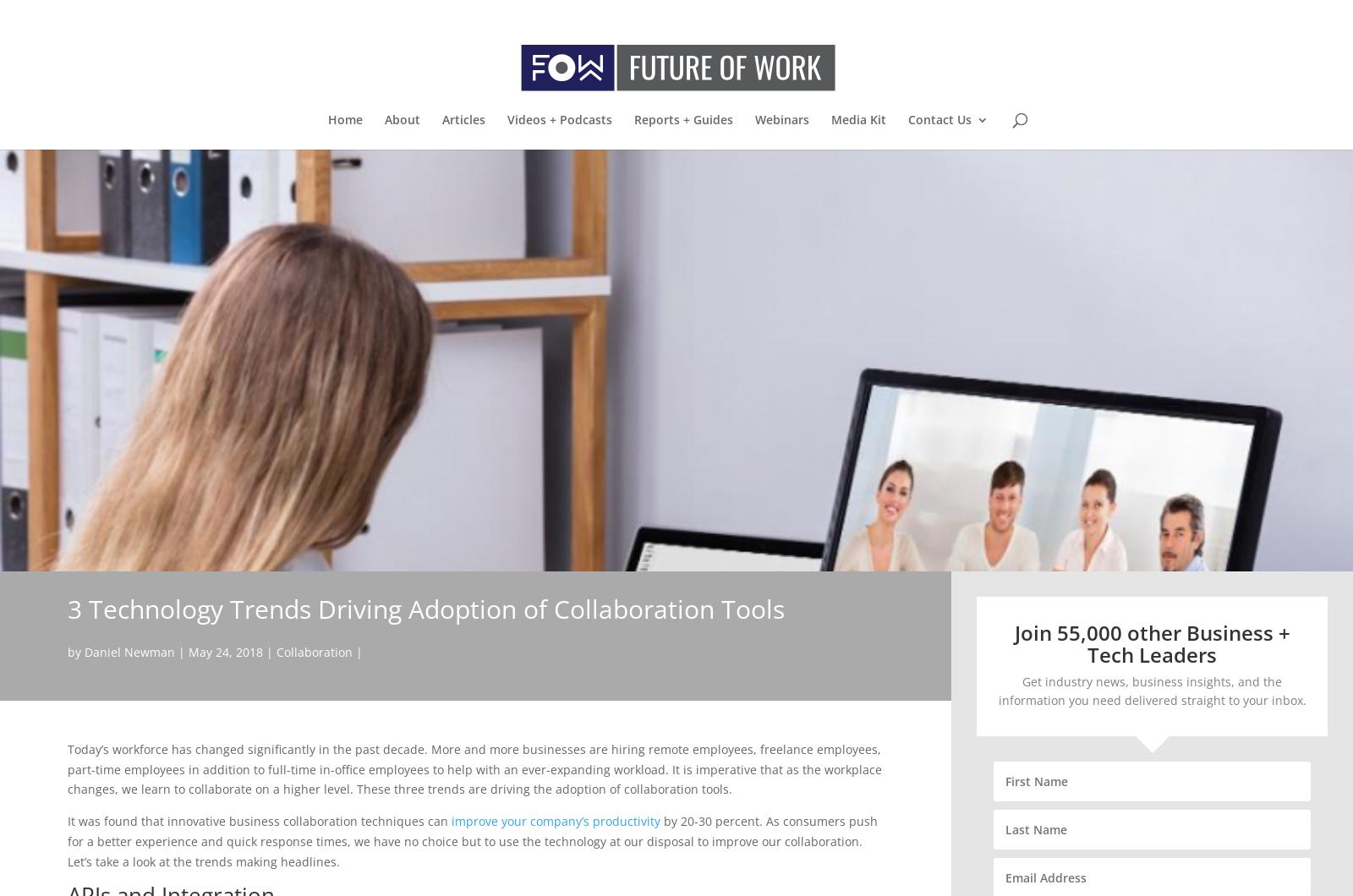 This screenshot has height=896, width=1353. What do you see at coordinates (682, 118) in the screenshot?
I see `'Reports + Guides'` at bounding box center [682, 118].